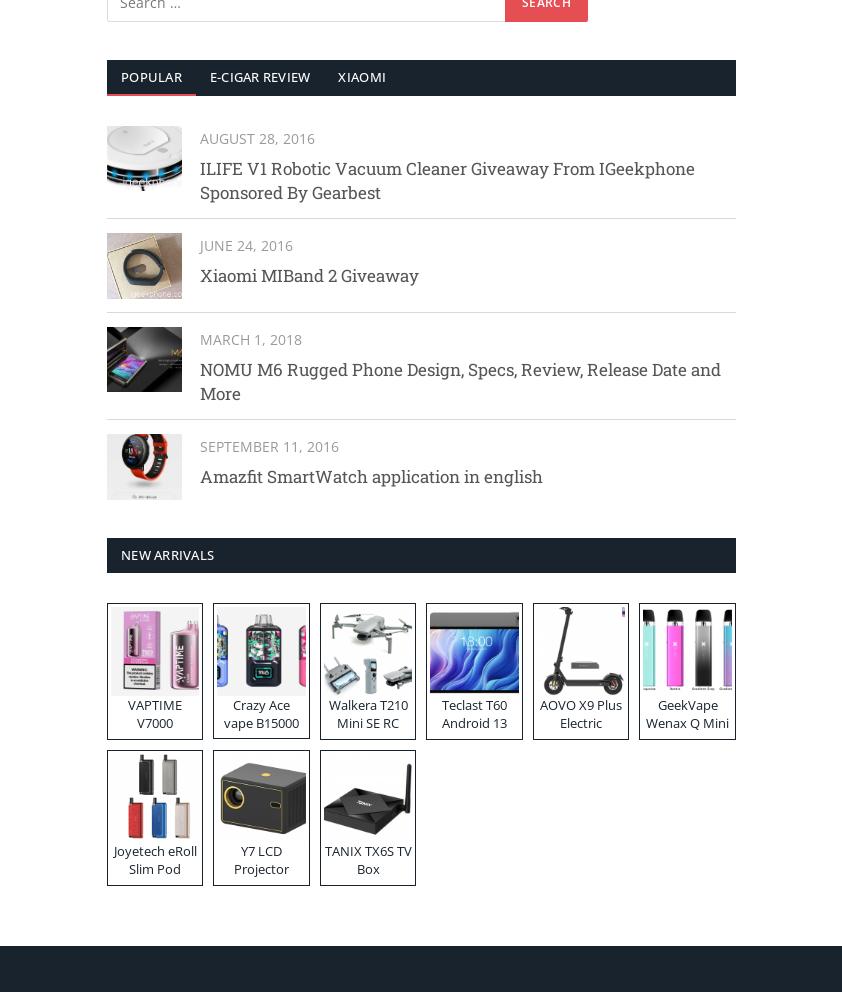 This screenshot has width=842, height=992. What do you see at coordinates (251, 337) in the screenshot?
I see `'March 1, 2018'` at bounding box center [251, 337].